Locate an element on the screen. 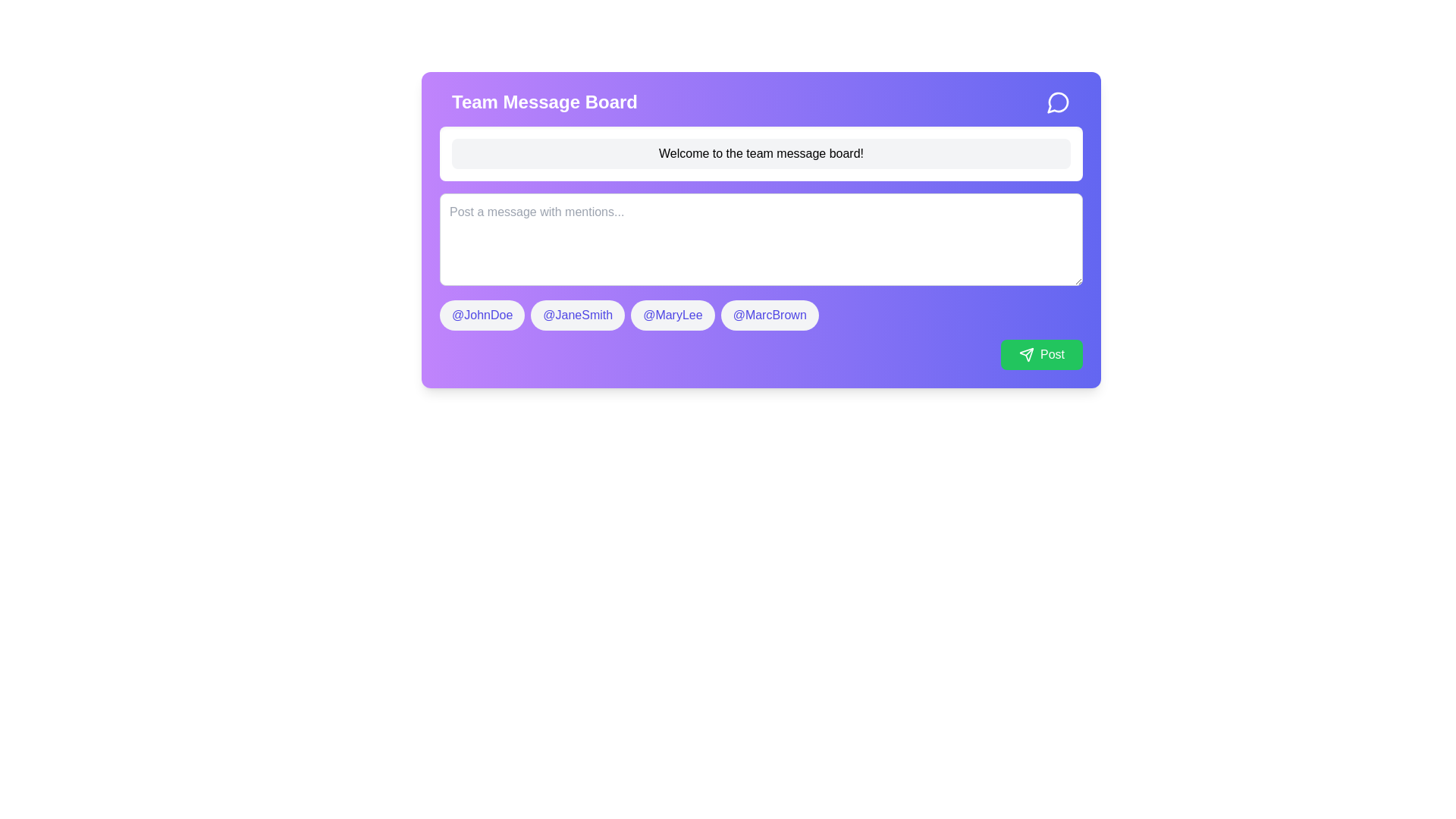  the interactive badge labeled '@JohnDoe', which is the first badge in a horizontal group located below the text input field is located at coordinates (481, 315).